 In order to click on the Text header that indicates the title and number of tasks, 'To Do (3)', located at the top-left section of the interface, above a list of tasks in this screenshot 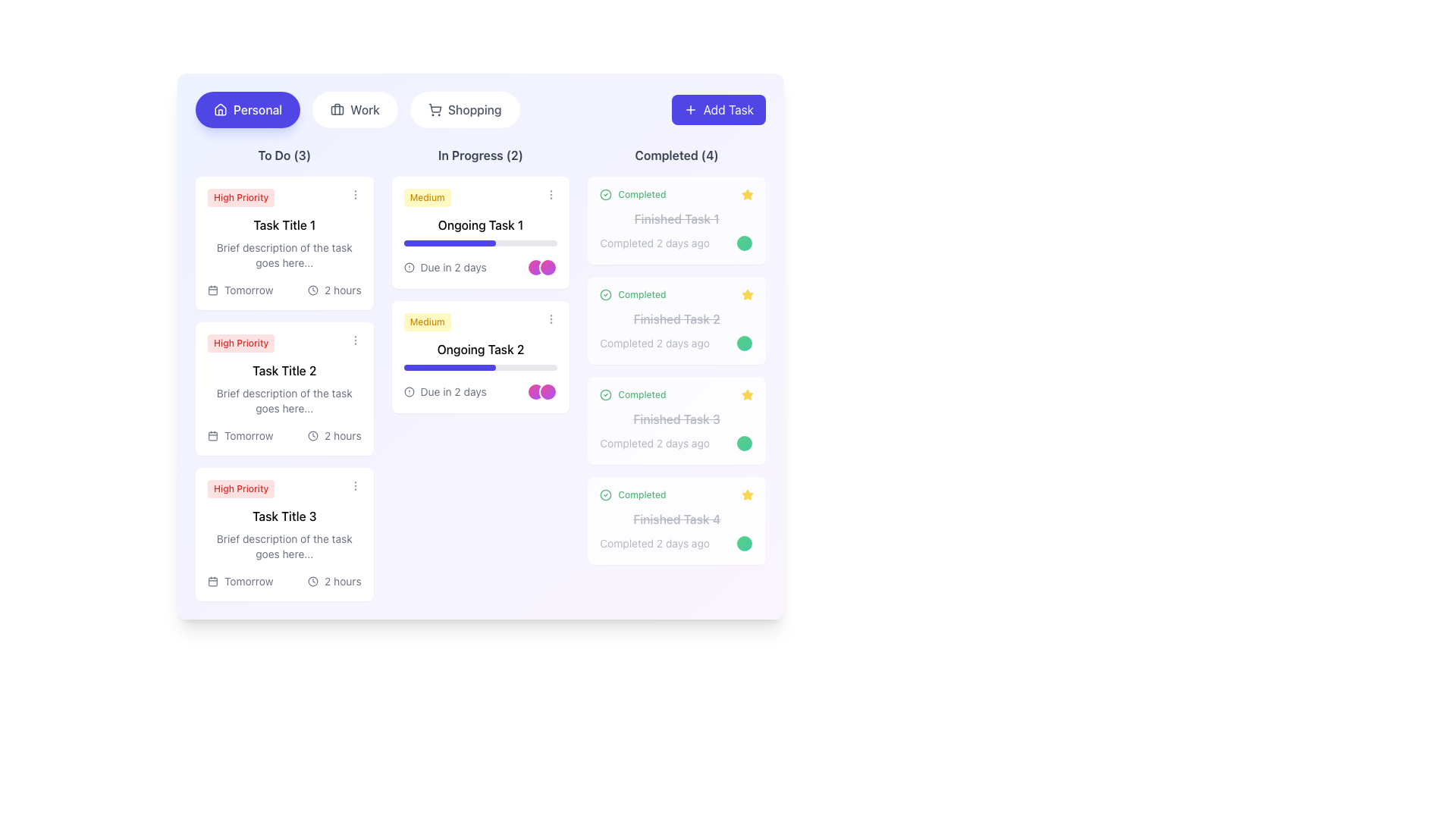, I will do `click(284, 155)`.